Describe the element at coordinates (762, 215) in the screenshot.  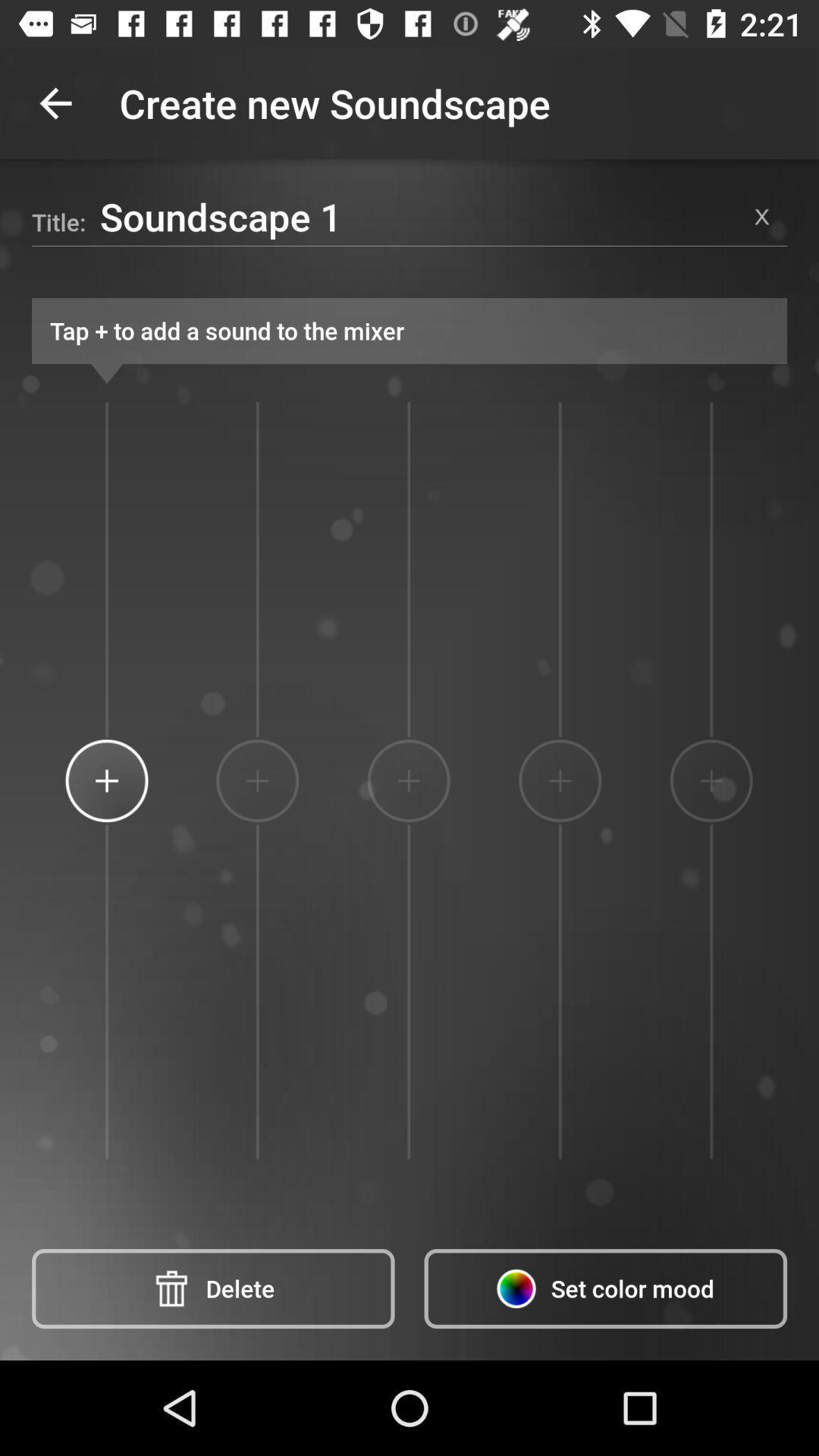
I see `the close icon` at that location.